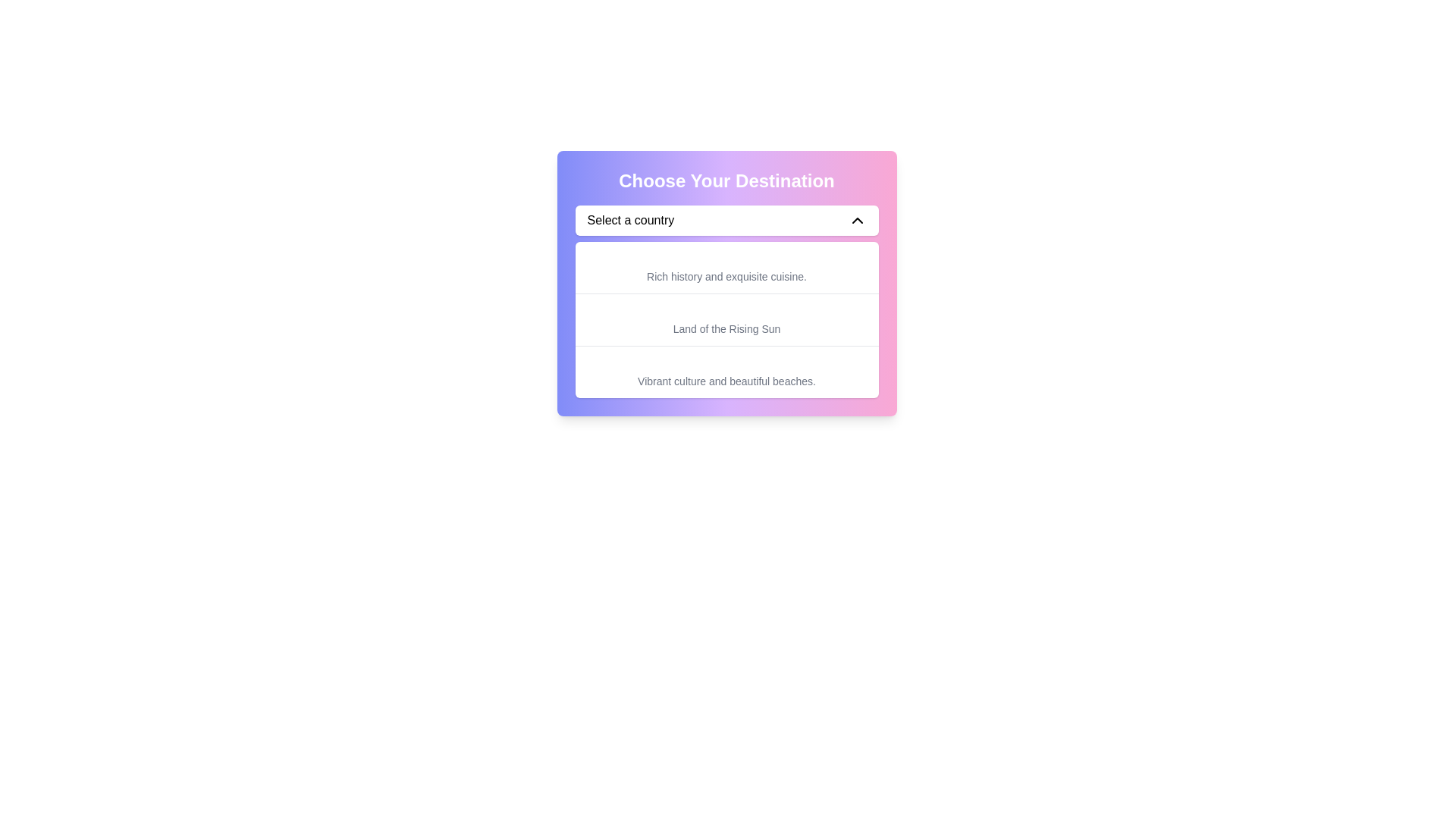 The image size is (1456, 819). I want to click on the dropdown menu labeled 'Select a country', so click(726, 220).